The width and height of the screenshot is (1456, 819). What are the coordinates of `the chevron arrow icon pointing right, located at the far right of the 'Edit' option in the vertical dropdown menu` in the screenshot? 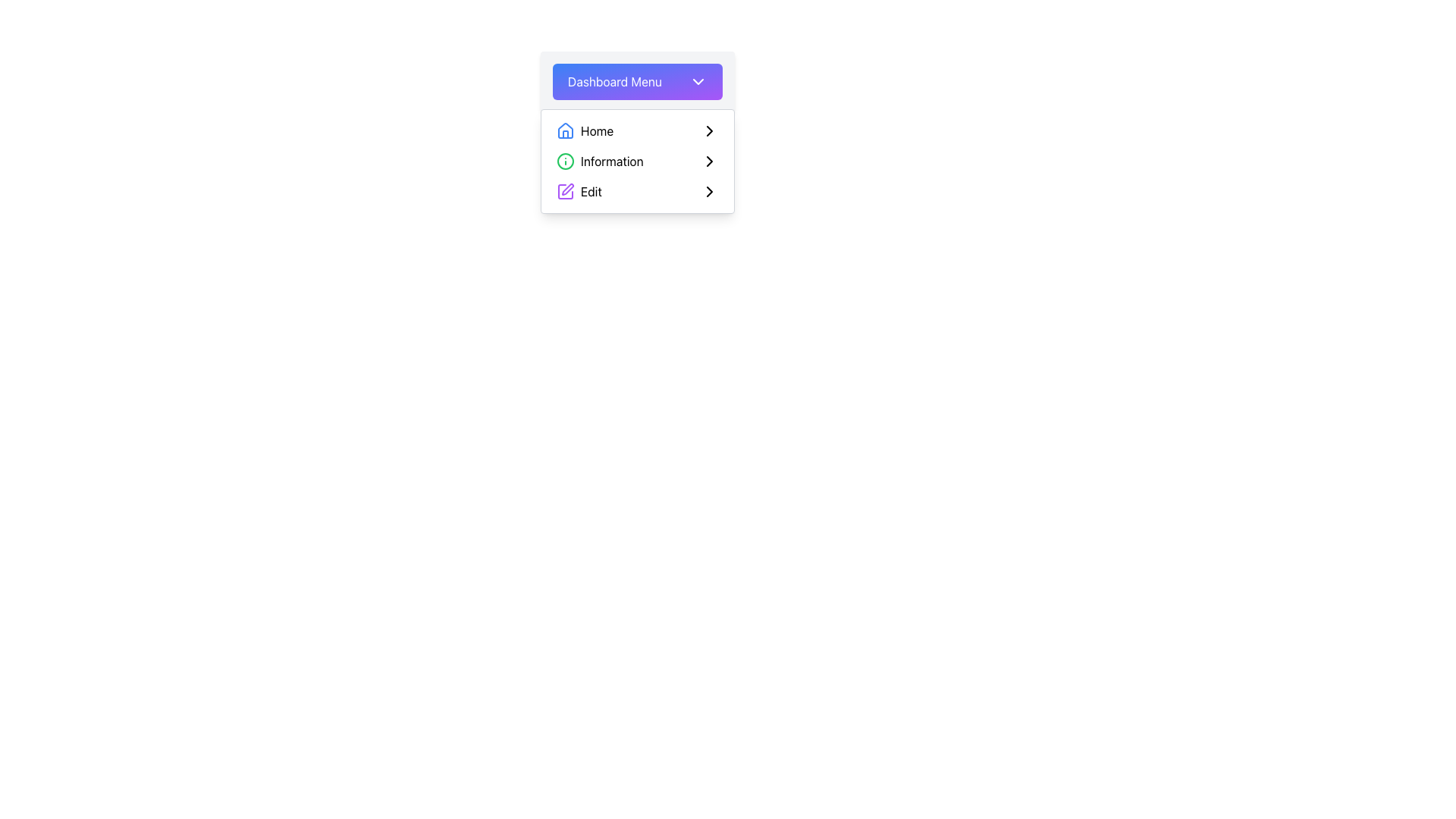 It's located at (709, 191).